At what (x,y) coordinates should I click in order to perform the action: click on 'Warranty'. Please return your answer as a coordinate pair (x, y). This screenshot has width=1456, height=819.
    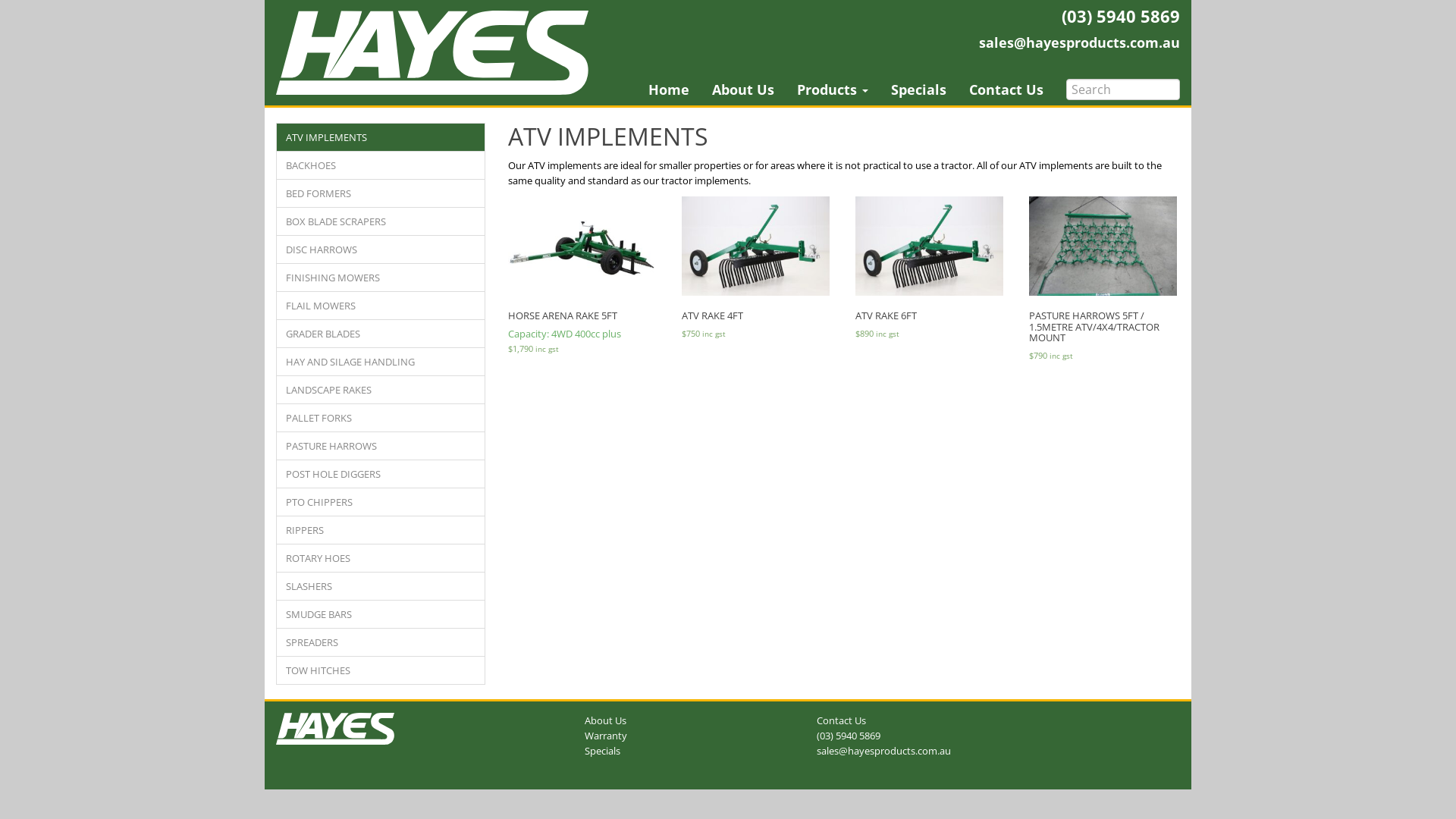
    Looking at the image, I should click on (604, 734).